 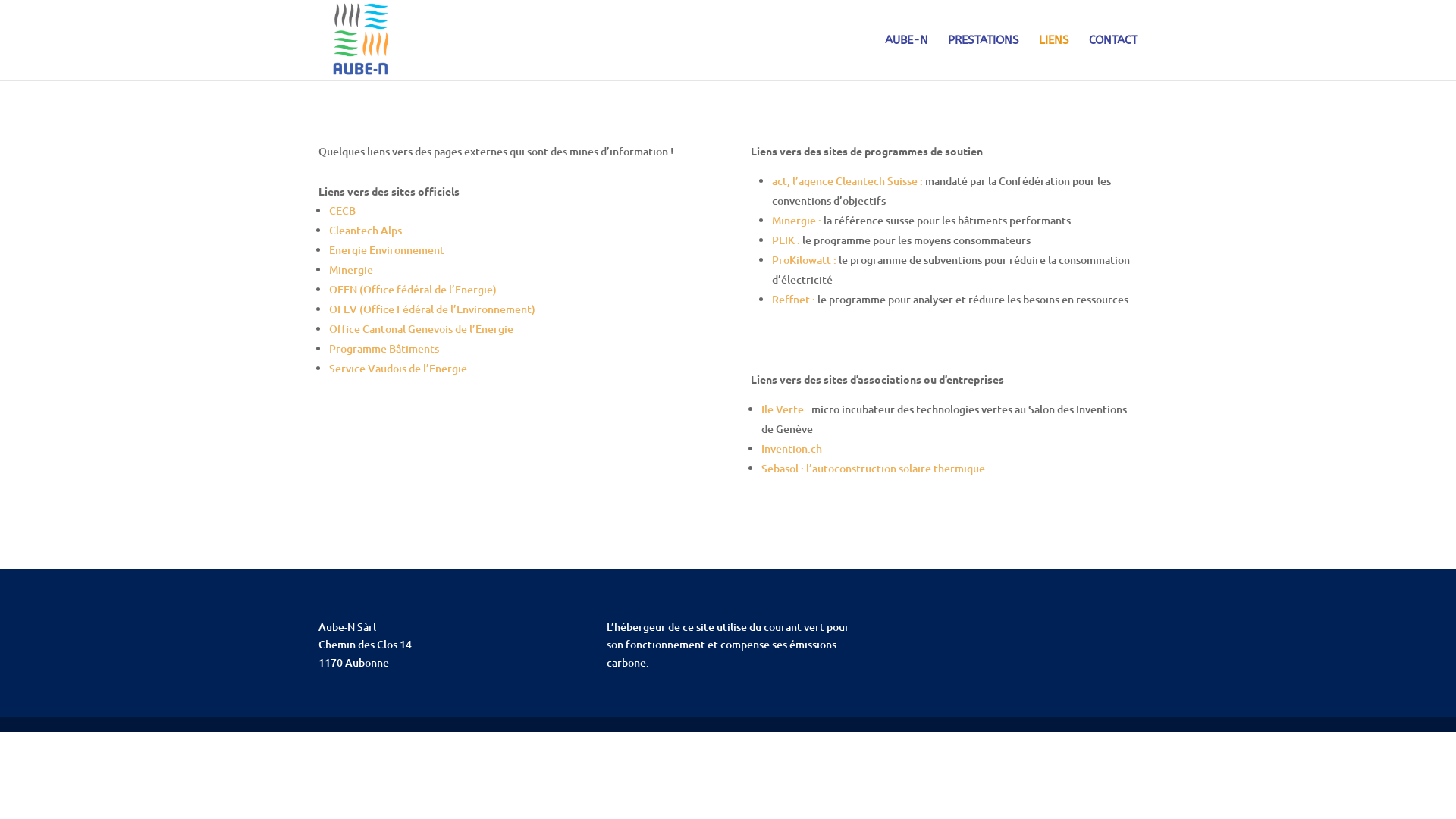 What do you see at coordinates (341, 210) in the screenshot?
I see `'CECB'` at bounding box center [341, 210].